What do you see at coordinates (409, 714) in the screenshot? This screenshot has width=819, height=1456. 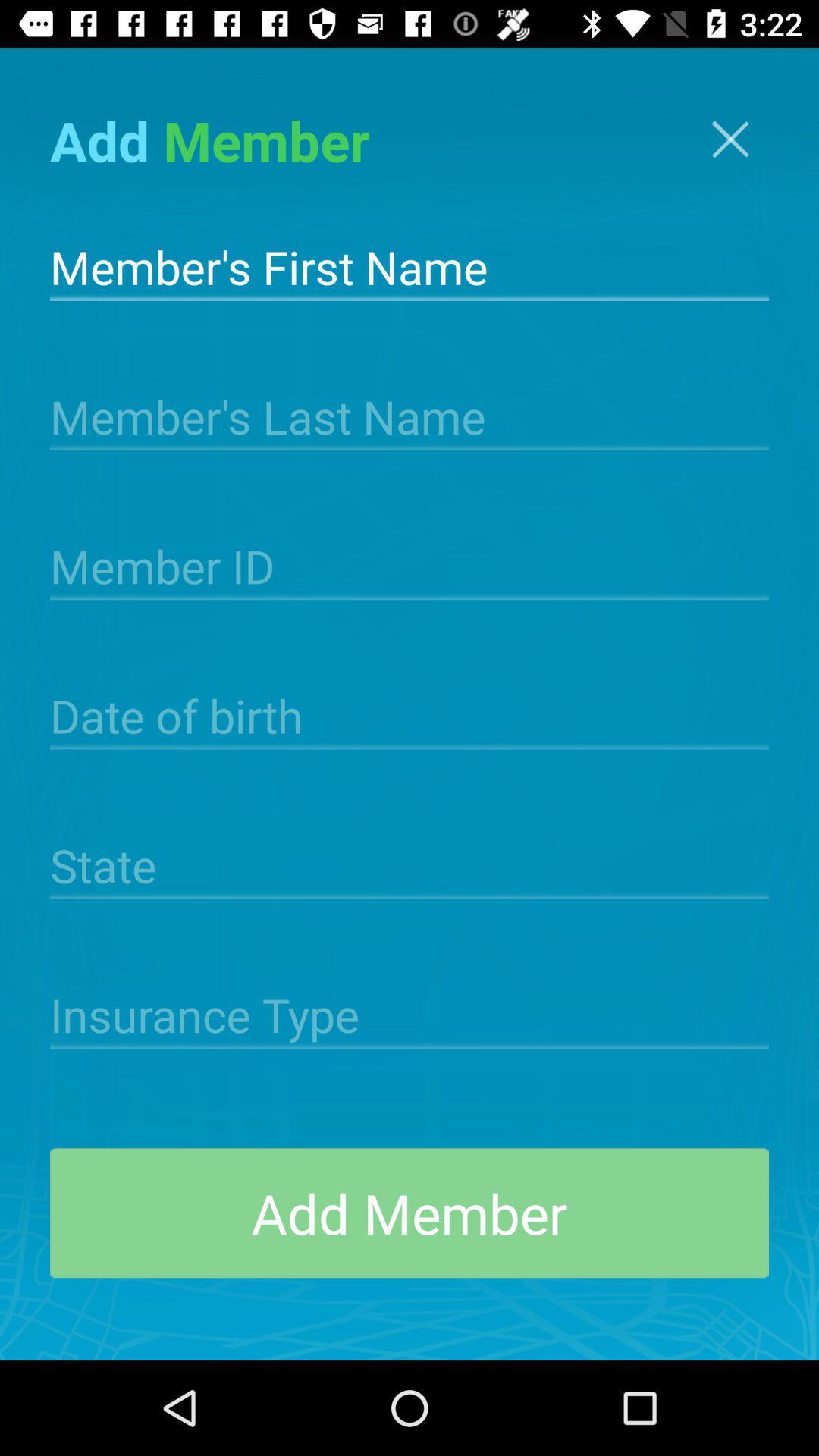 I see `autoi fill date of birth` at bounding box center [409, 714].